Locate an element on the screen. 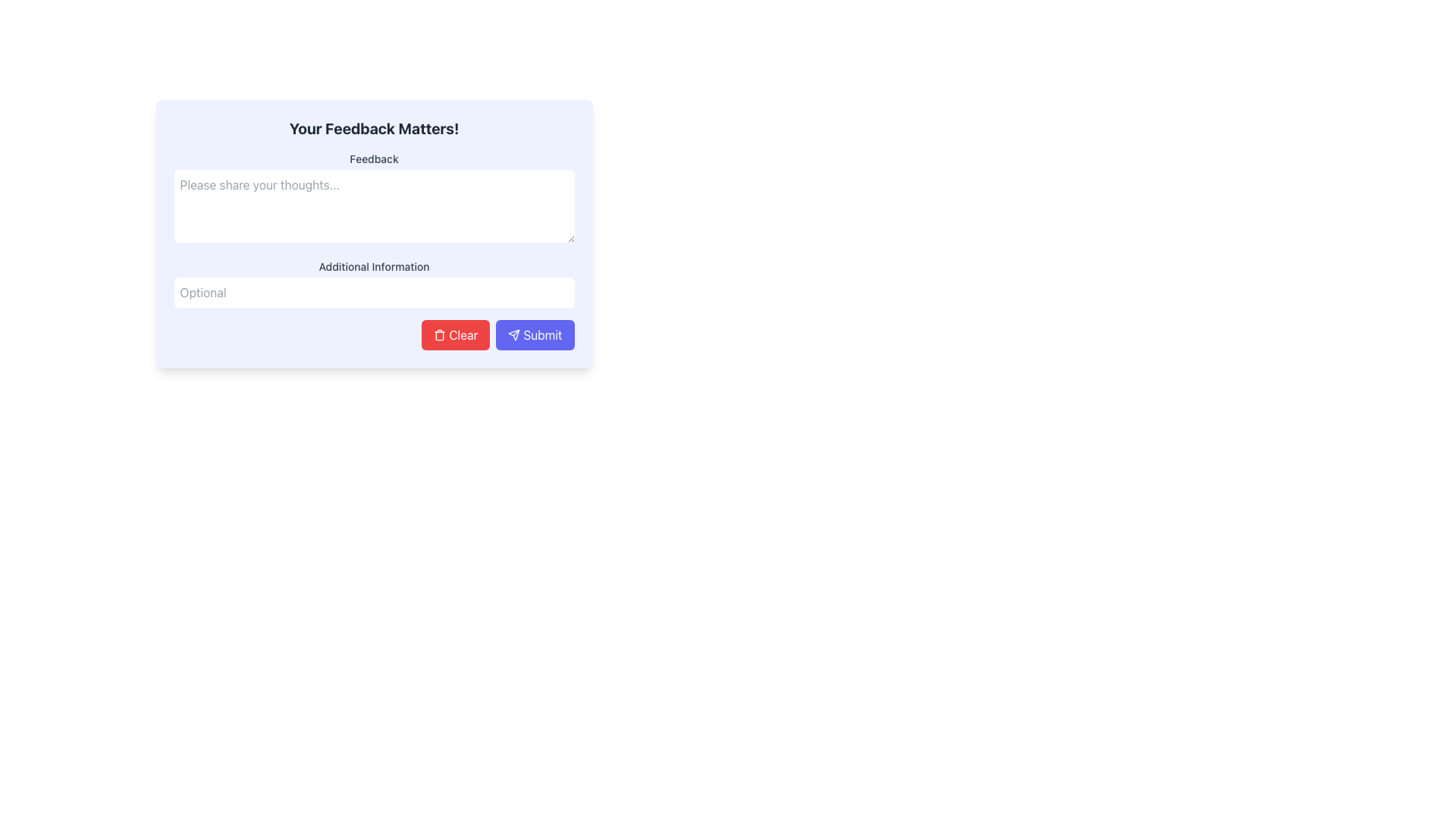  the red 'Clear' button with a trash can icon to observe its hover effect is located at coordinates (455, 334).